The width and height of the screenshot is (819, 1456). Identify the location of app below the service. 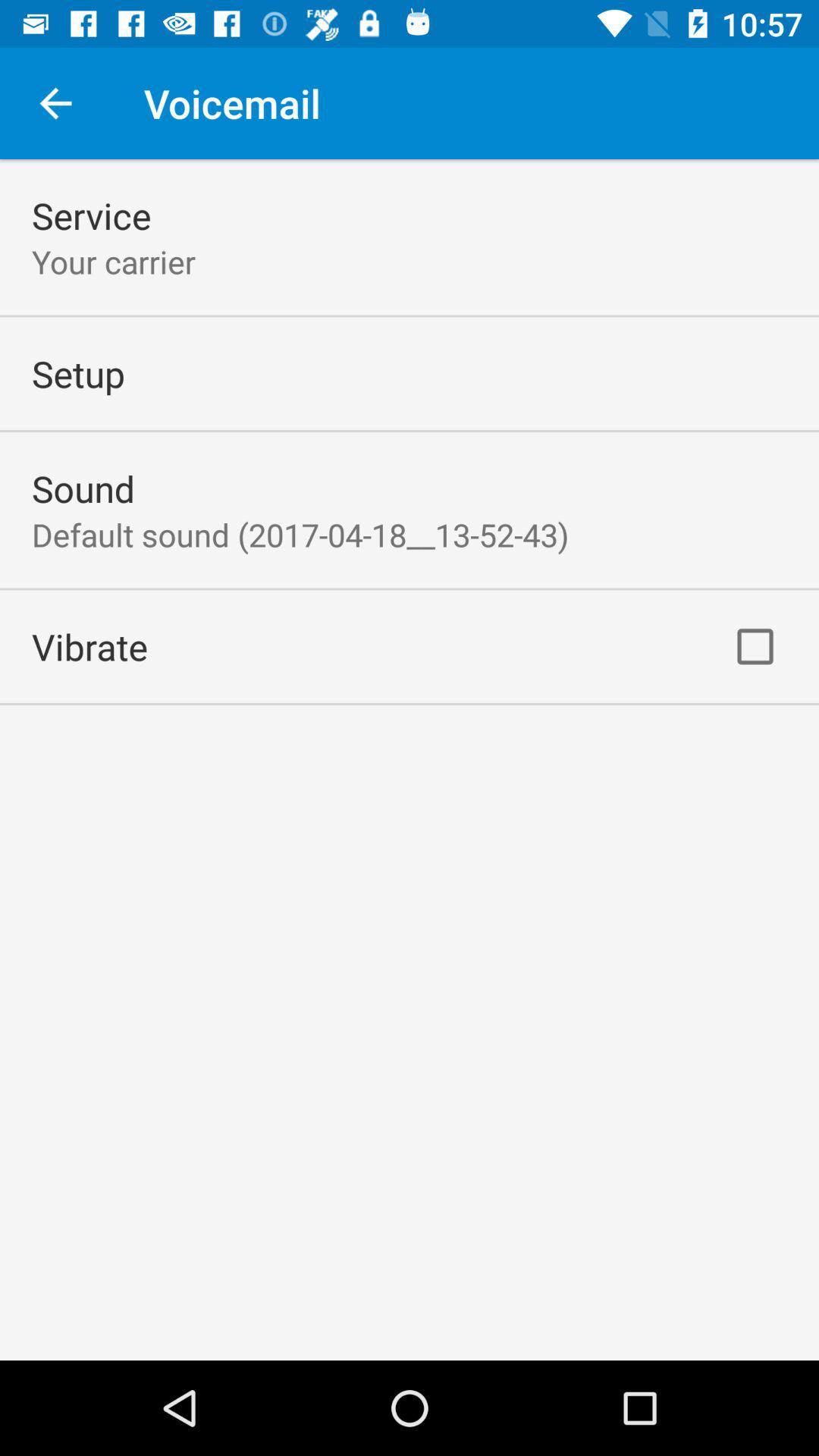
(113, 262).